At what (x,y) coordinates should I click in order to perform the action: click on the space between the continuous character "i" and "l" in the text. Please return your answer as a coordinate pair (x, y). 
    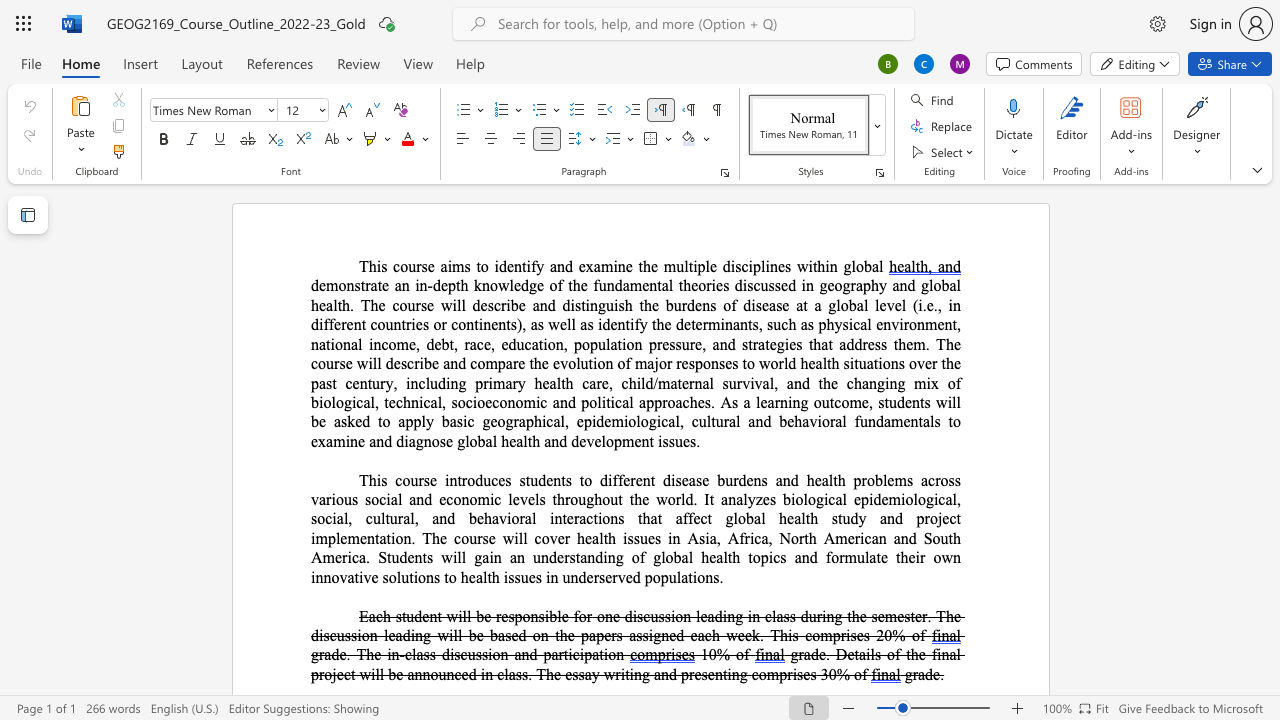
    Looking at the image, I should click on (951, 402).